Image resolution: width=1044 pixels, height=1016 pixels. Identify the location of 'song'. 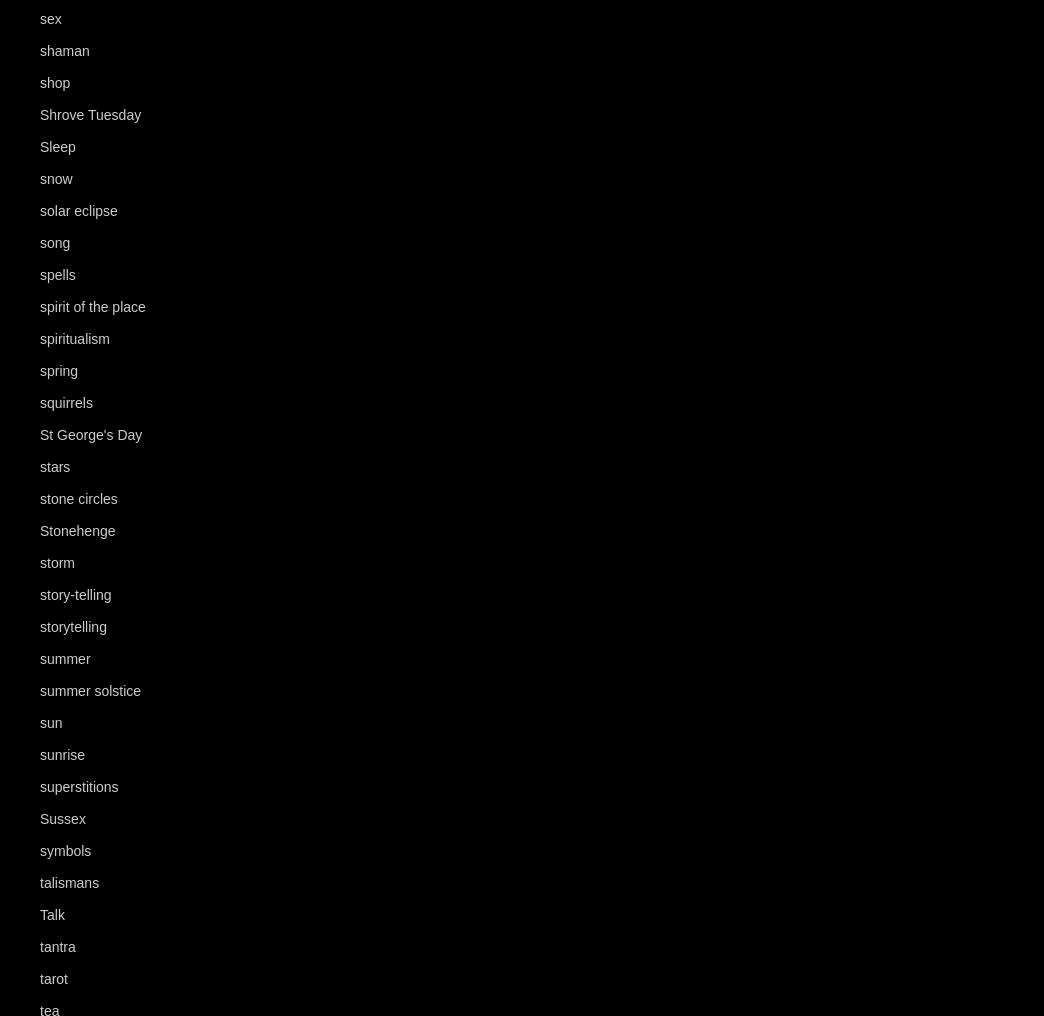
(54, 243).